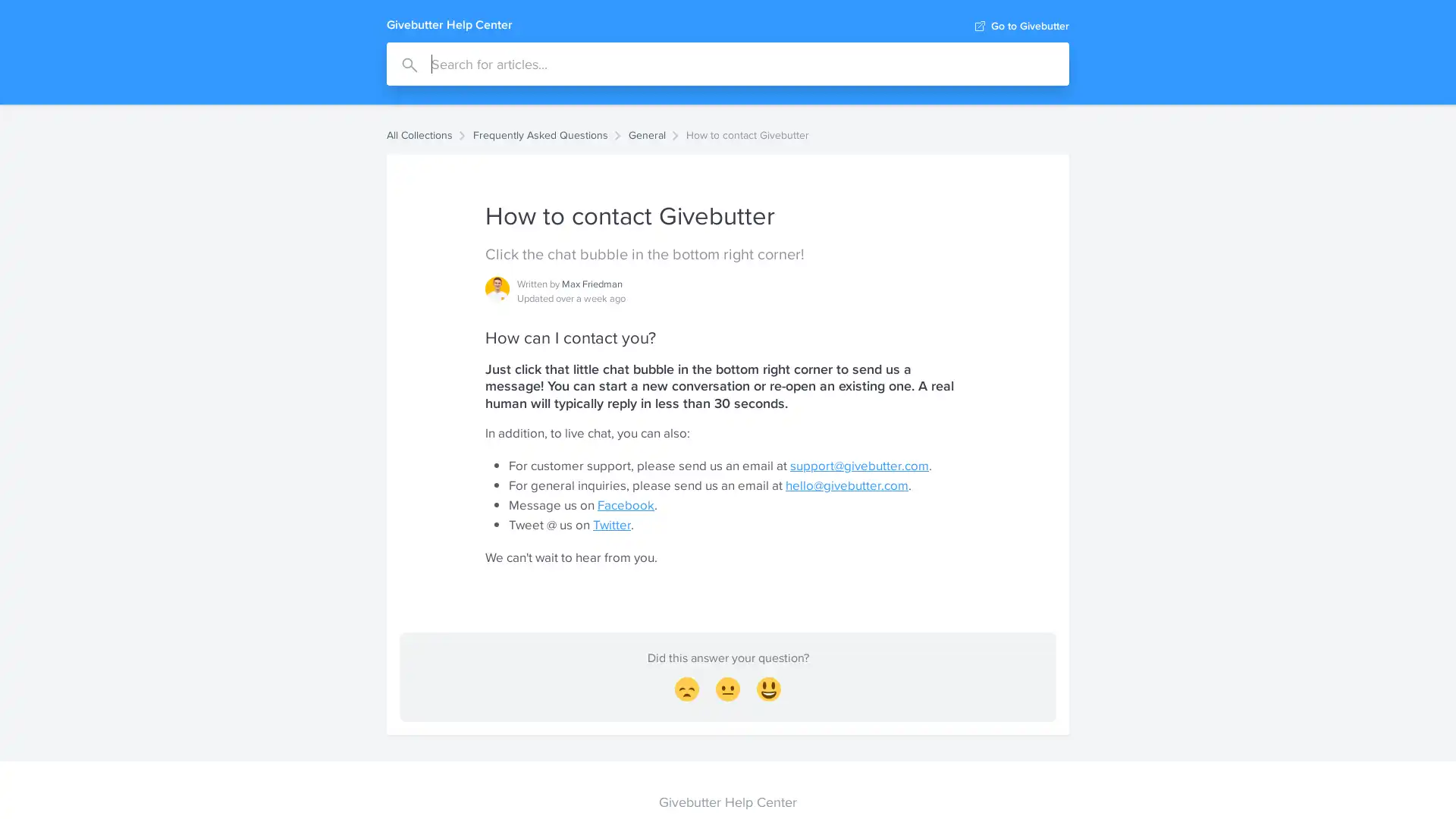 The width and height of the screenshot is (1456, 819). Describe the element at coordinates (728, 691) in the screenshot. I see `Neutral face Reaction` at that location.